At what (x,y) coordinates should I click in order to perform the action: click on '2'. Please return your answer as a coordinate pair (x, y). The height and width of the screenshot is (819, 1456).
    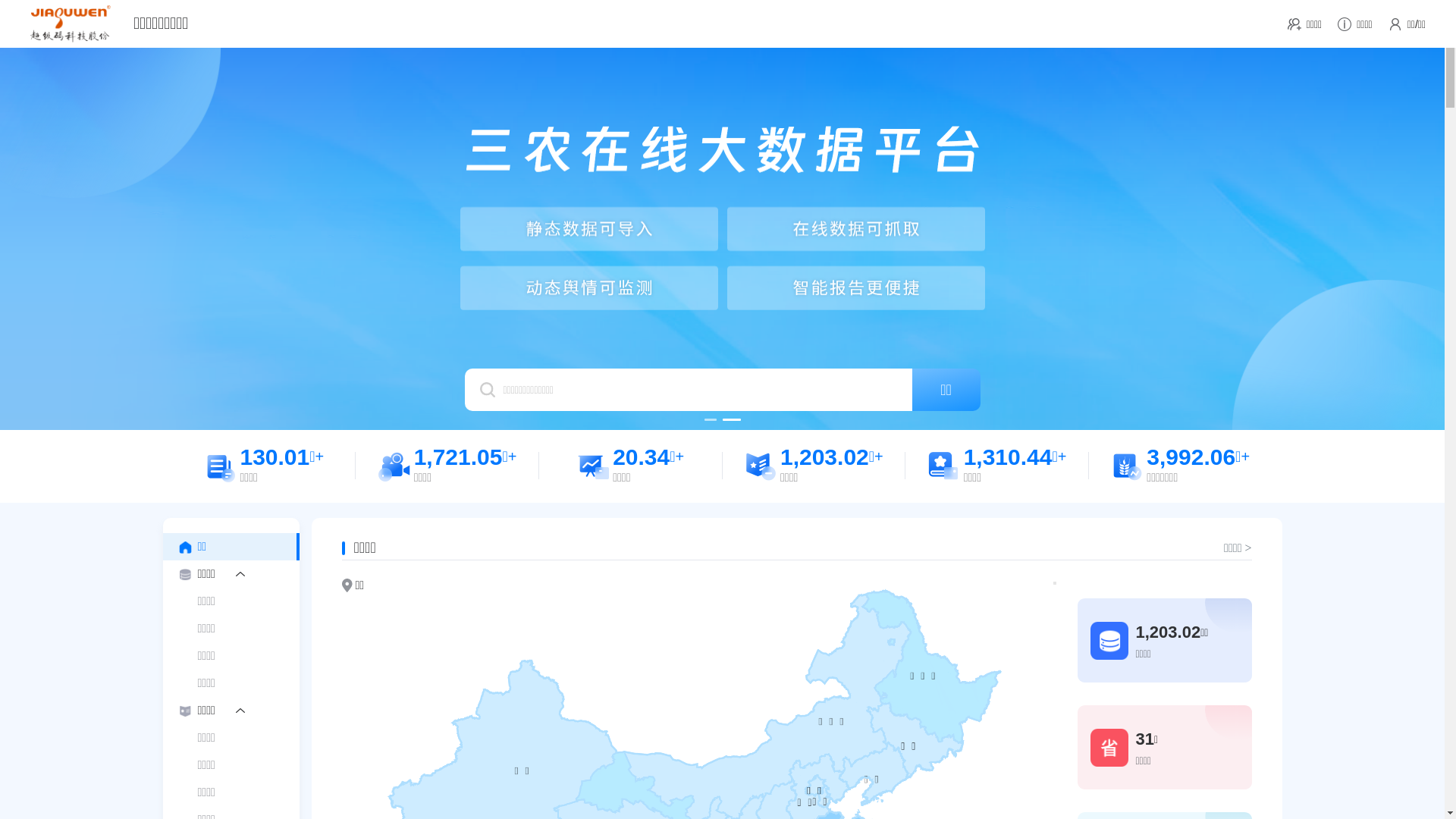
    Looking at the image, I should click on (731, 419).